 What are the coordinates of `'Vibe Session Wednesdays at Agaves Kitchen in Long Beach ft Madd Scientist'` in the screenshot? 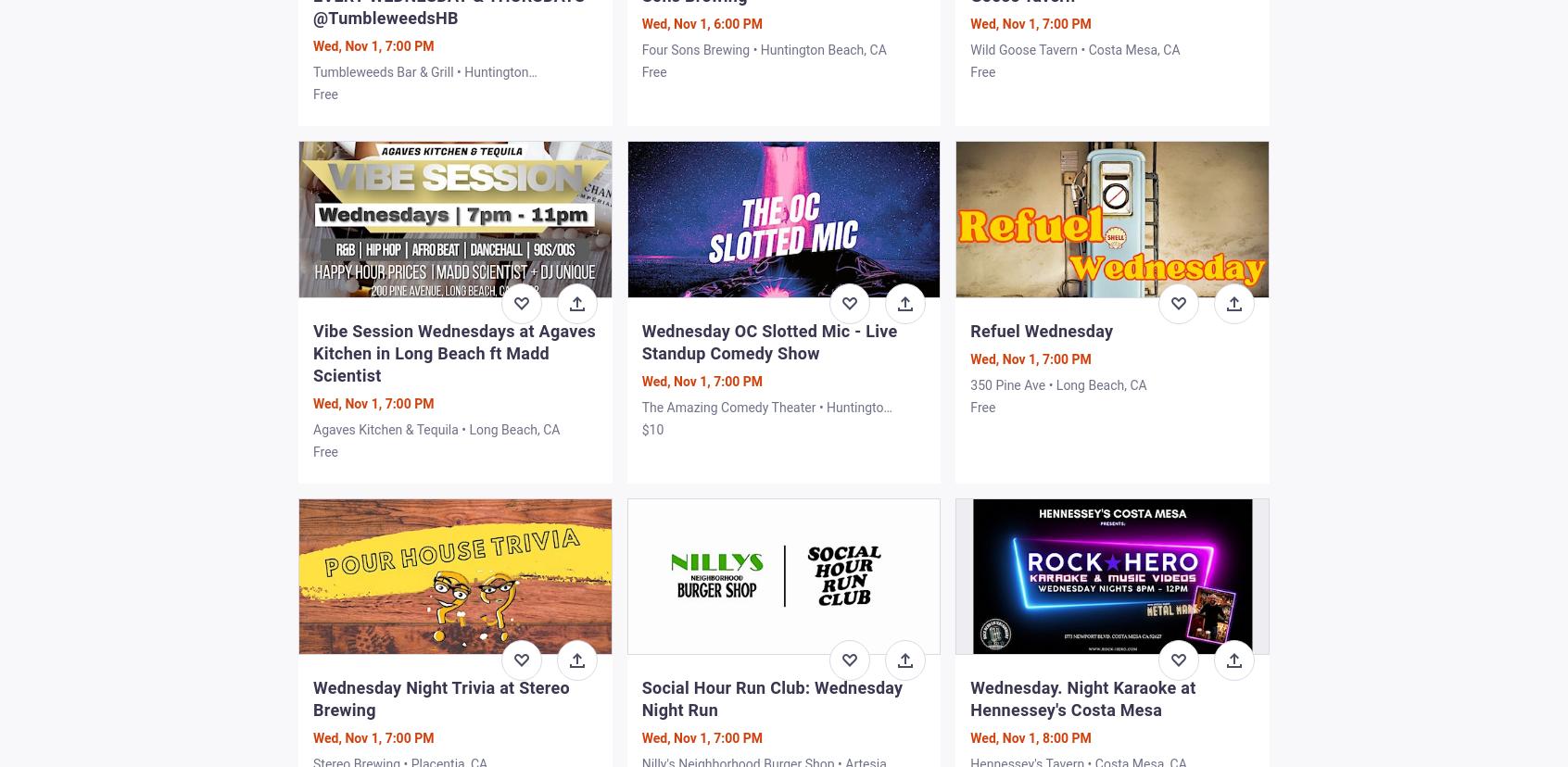 It's located at (453, 352).